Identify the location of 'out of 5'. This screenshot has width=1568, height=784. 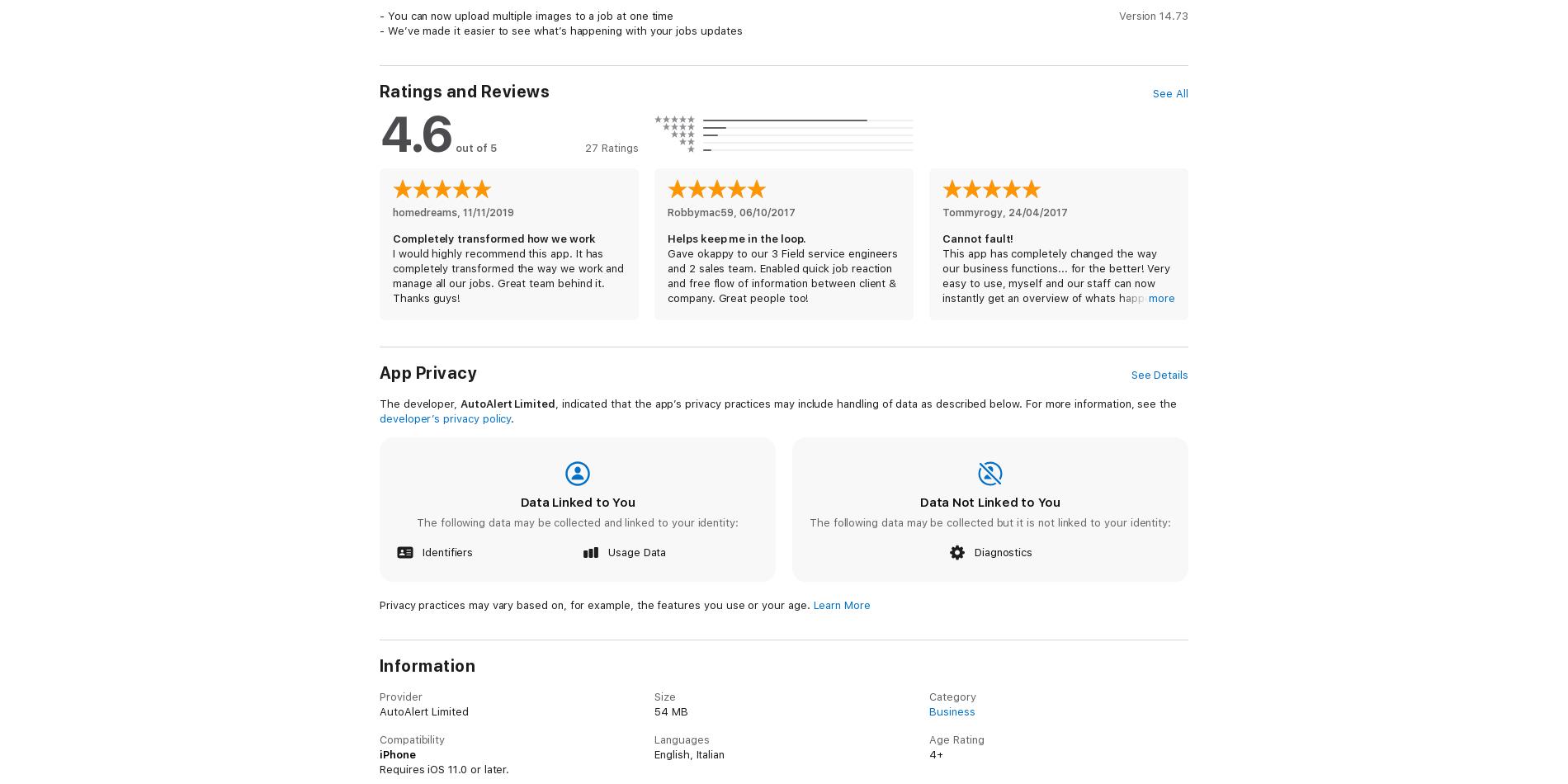
(474, 148).